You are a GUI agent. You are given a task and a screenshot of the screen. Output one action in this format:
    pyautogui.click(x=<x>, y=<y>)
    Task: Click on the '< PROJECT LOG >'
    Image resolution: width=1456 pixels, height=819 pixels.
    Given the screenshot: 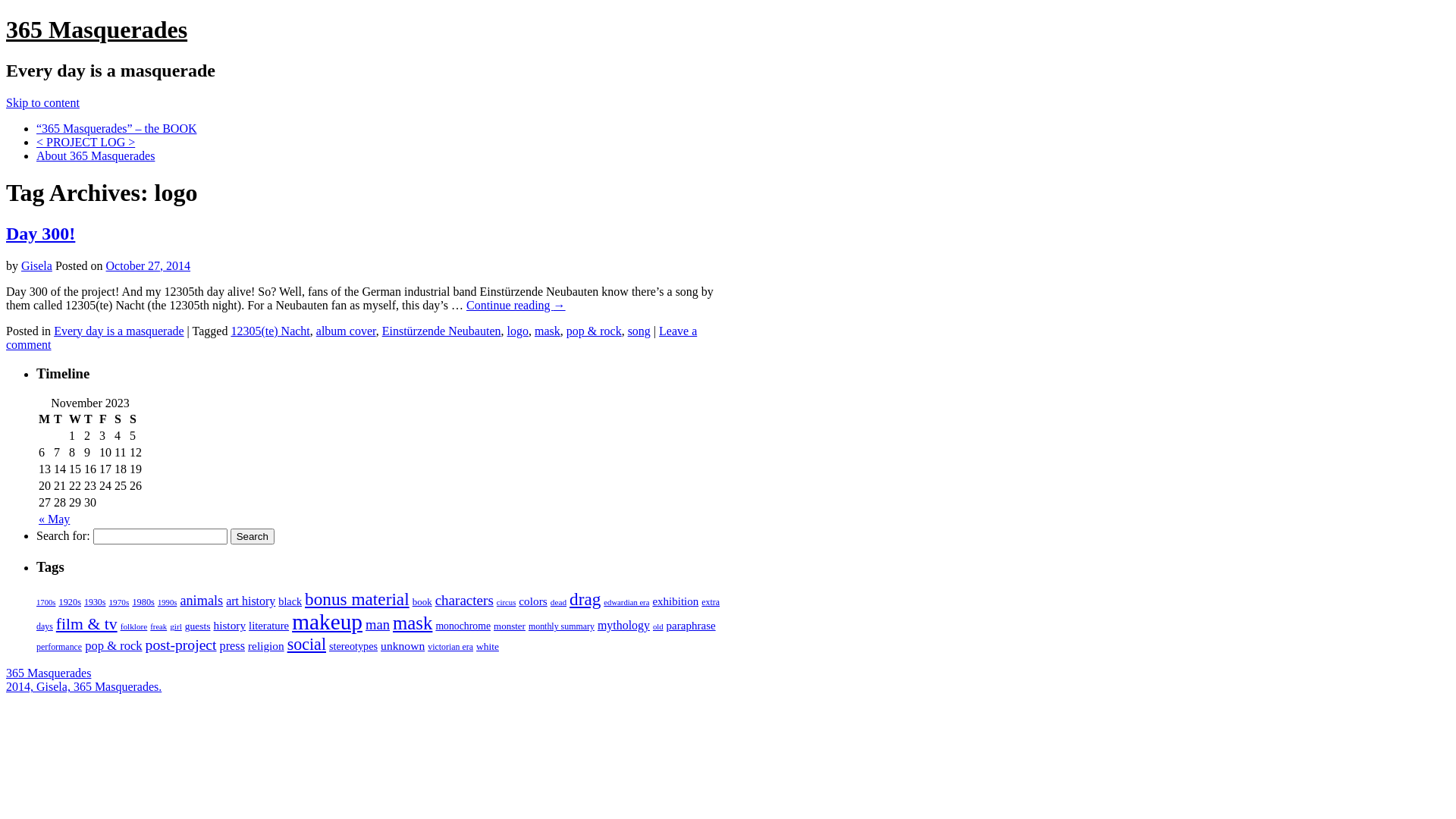 What is the action you would take?
    pyautogui.click(x=85, y=142)
    